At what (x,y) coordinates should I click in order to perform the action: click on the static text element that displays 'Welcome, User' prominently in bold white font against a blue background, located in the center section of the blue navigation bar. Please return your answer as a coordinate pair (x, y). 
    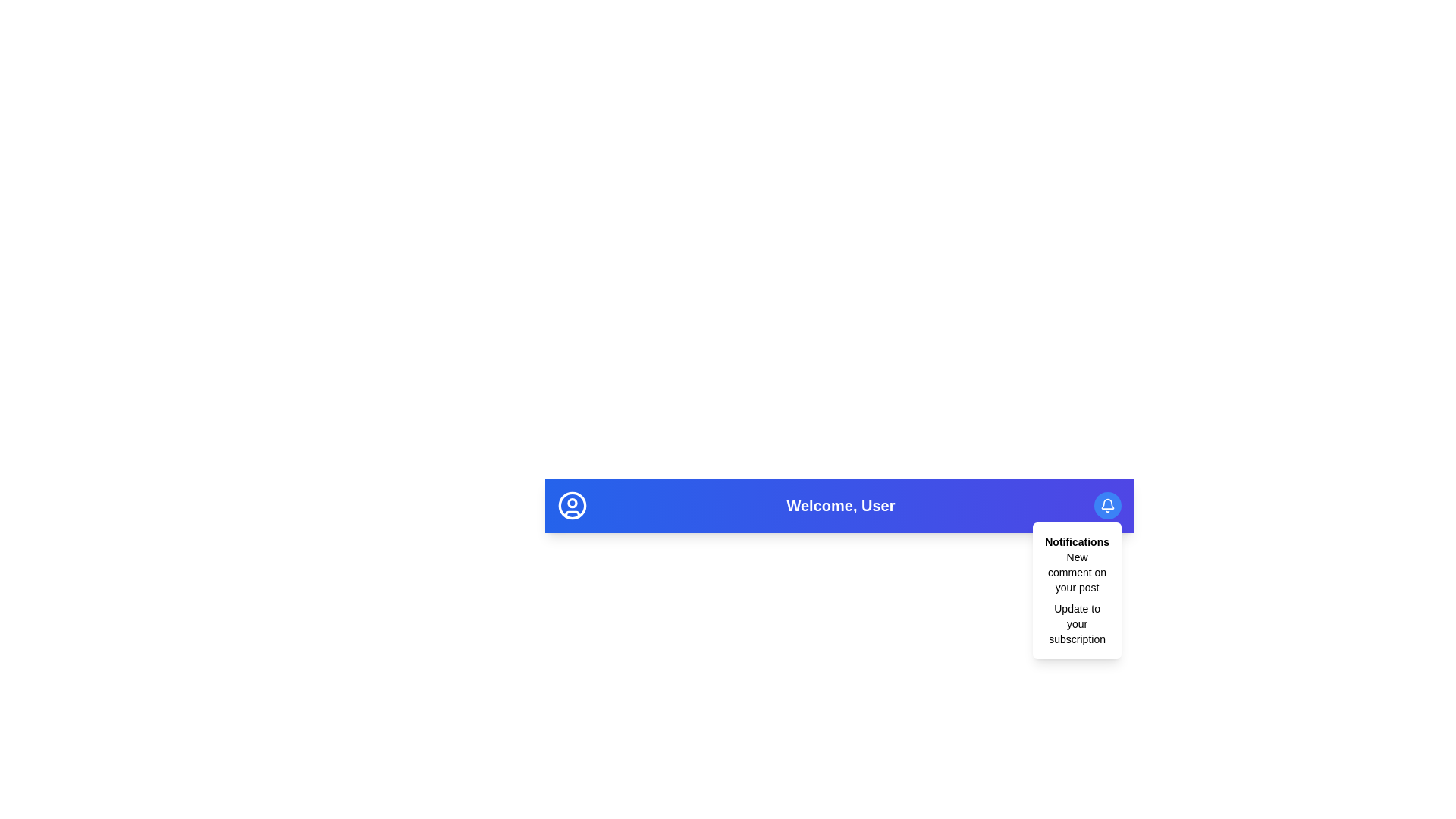
    Looking at the image, I should click on (839, 506).